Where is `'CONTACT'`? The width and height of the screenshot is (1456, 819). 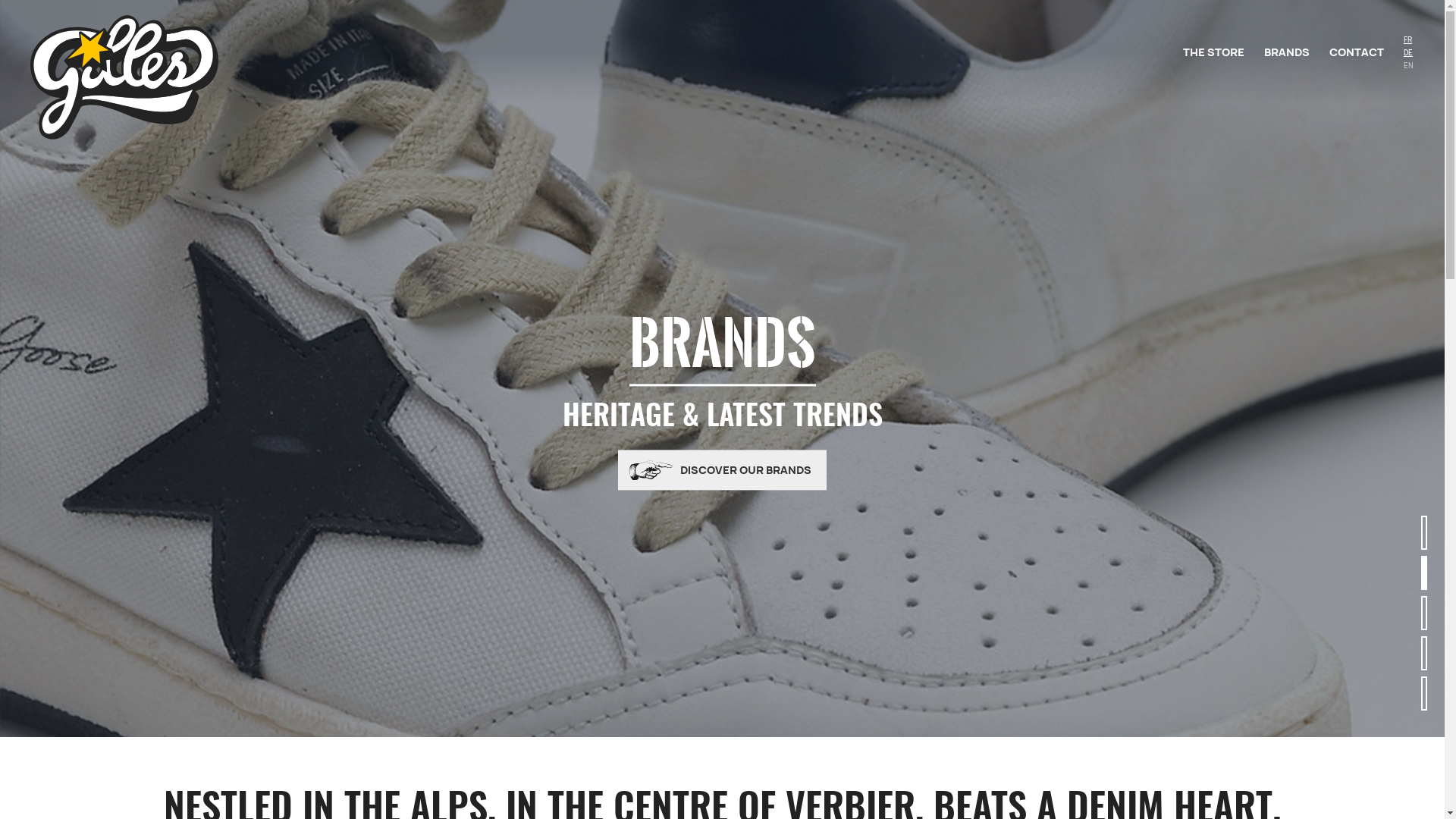
'CONTACT' is located at coordinates (1357, 52).